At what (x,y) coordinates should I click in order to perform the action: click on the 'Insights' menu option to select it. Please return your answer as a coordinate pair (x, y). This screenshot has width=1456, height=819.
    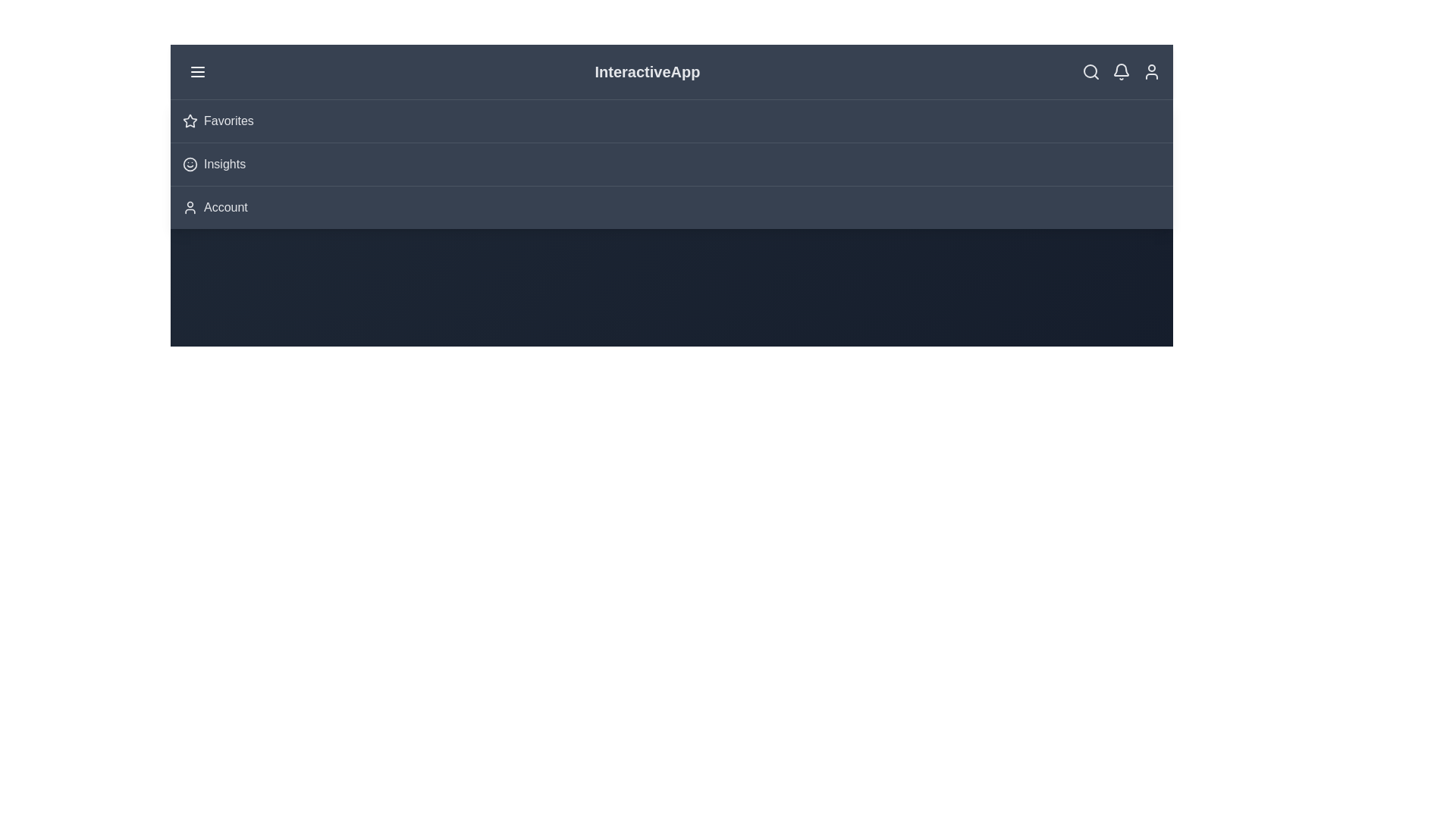
    Looking at the image, I should click on (224, 164).